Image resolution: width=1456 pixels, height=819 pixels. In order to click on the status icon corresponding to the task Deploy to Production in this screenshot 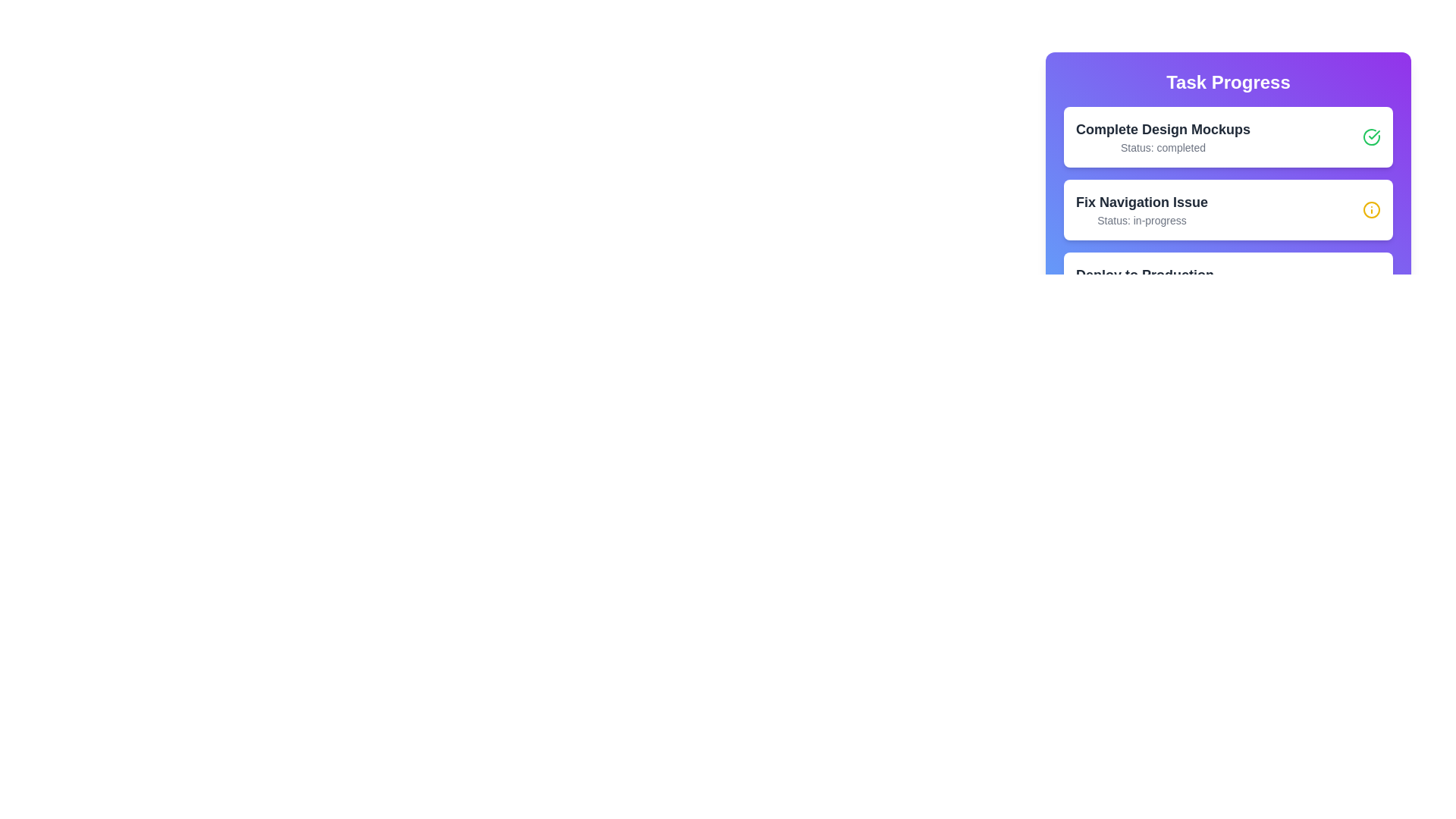, I will do `click(1372, 283)`.